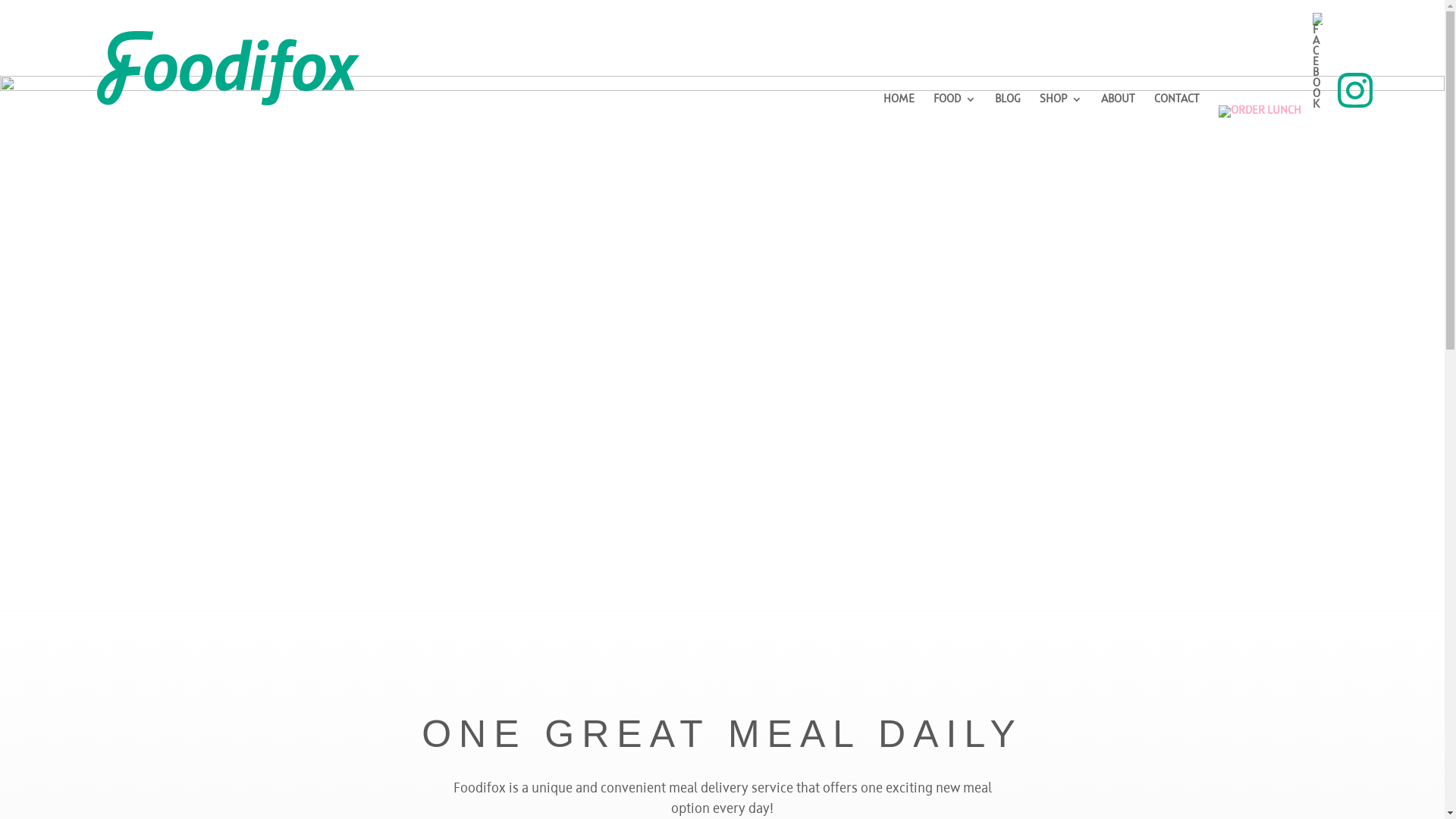  Describe the element at coordinates (1118, 106) in the screenshot. I see `'ABOUT'` at that location.